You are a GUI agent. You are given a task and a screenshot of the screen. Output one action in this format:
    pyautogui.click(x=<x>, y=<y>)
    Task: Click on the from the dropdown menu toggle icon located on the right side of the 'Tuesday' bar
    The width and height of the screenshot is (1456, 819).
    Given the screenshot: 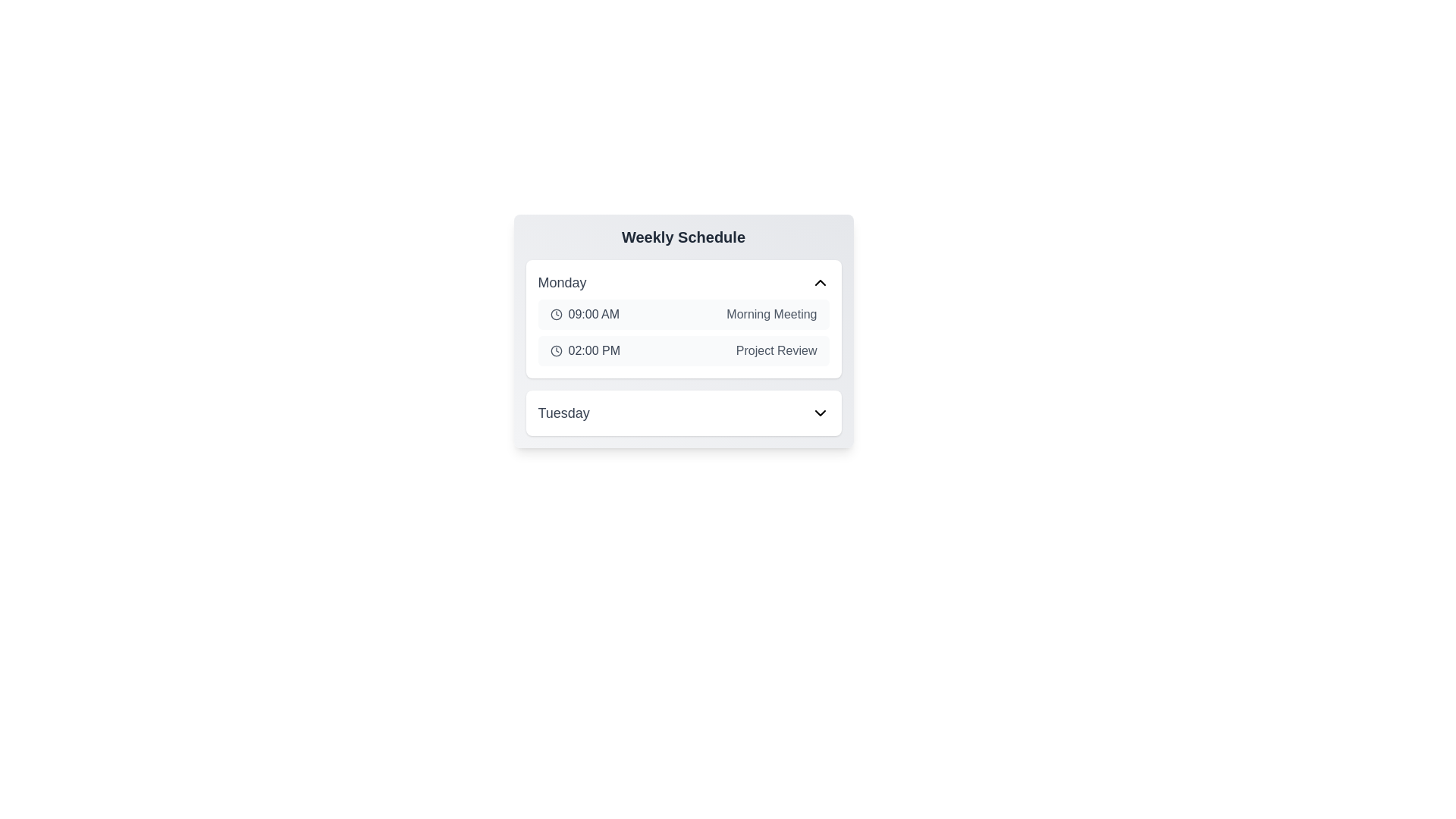 What is the action you would take?
    pyautogui.click(x=819, y=413)
    